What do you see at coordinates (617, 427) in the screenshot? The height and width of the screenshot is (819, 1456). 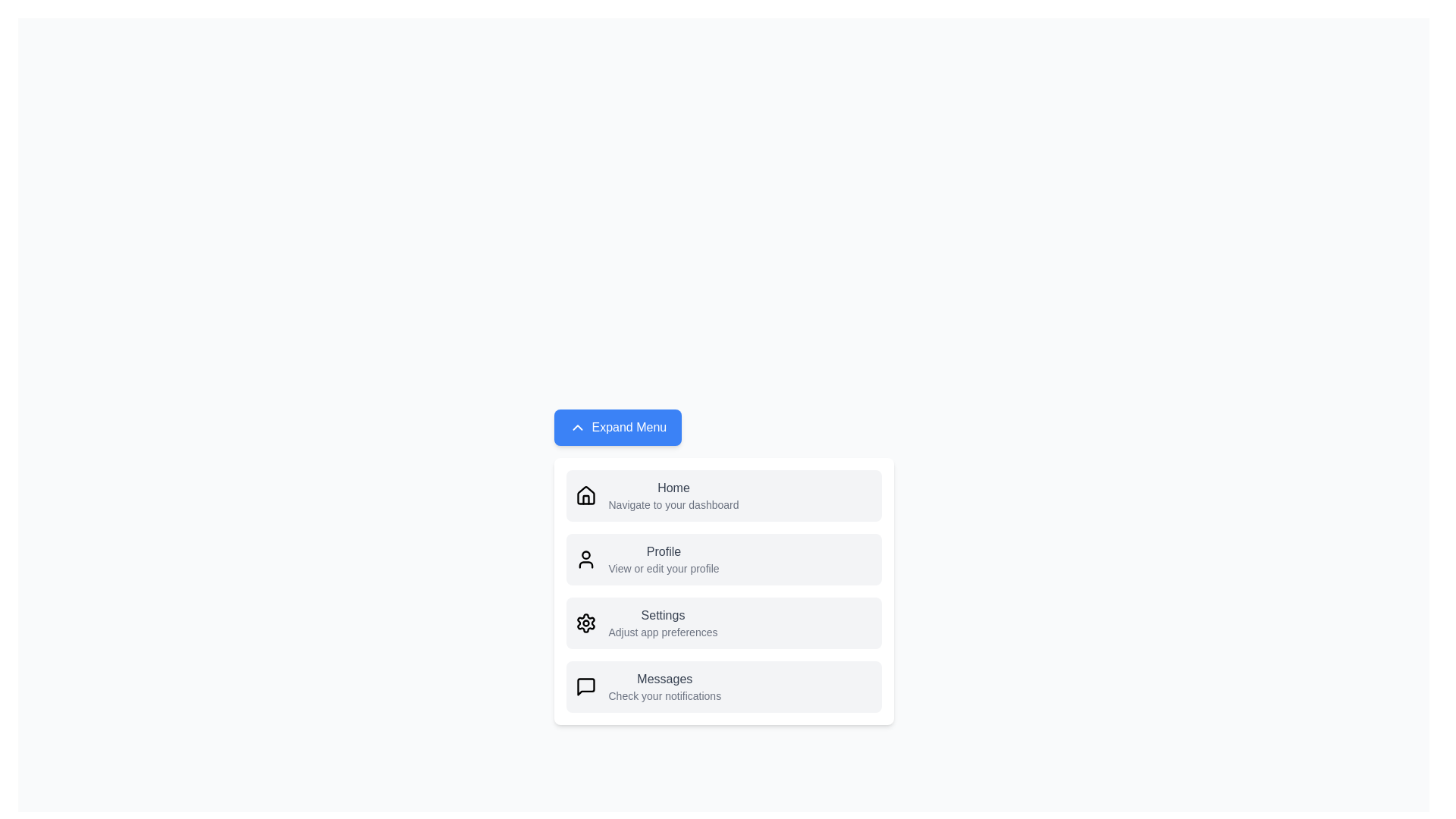 I see `'Expand Menu' button to toggle the menu state` at bounding box center [617, 427].